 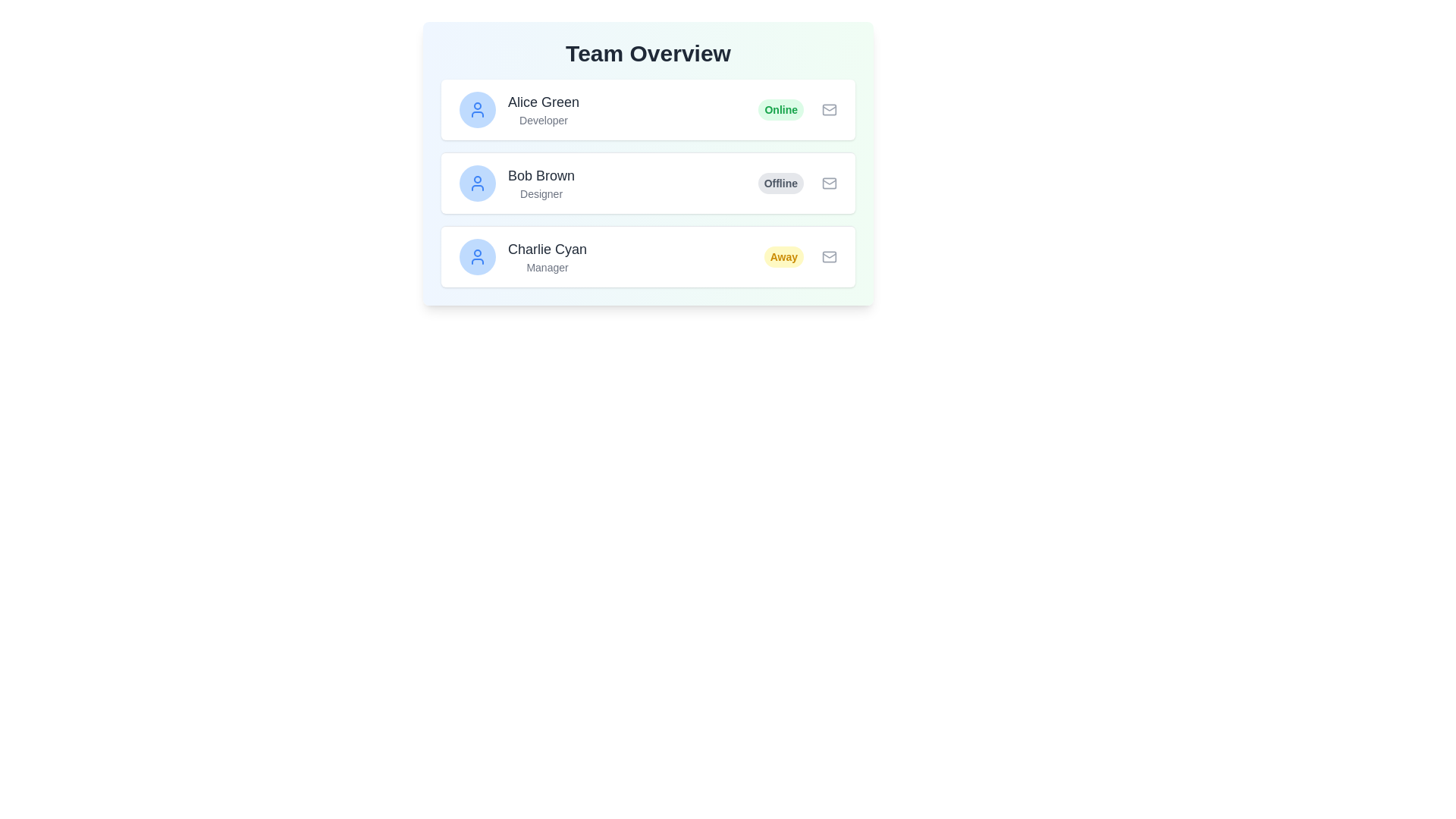 What do you see at coordinates (648, 183) in the screenshot?
I see `the second user profile card displaying user profile details between 'Alice Green' and 'Charlie Cyan' in the 'Team Overview' section` at bounding box center [648, 183].